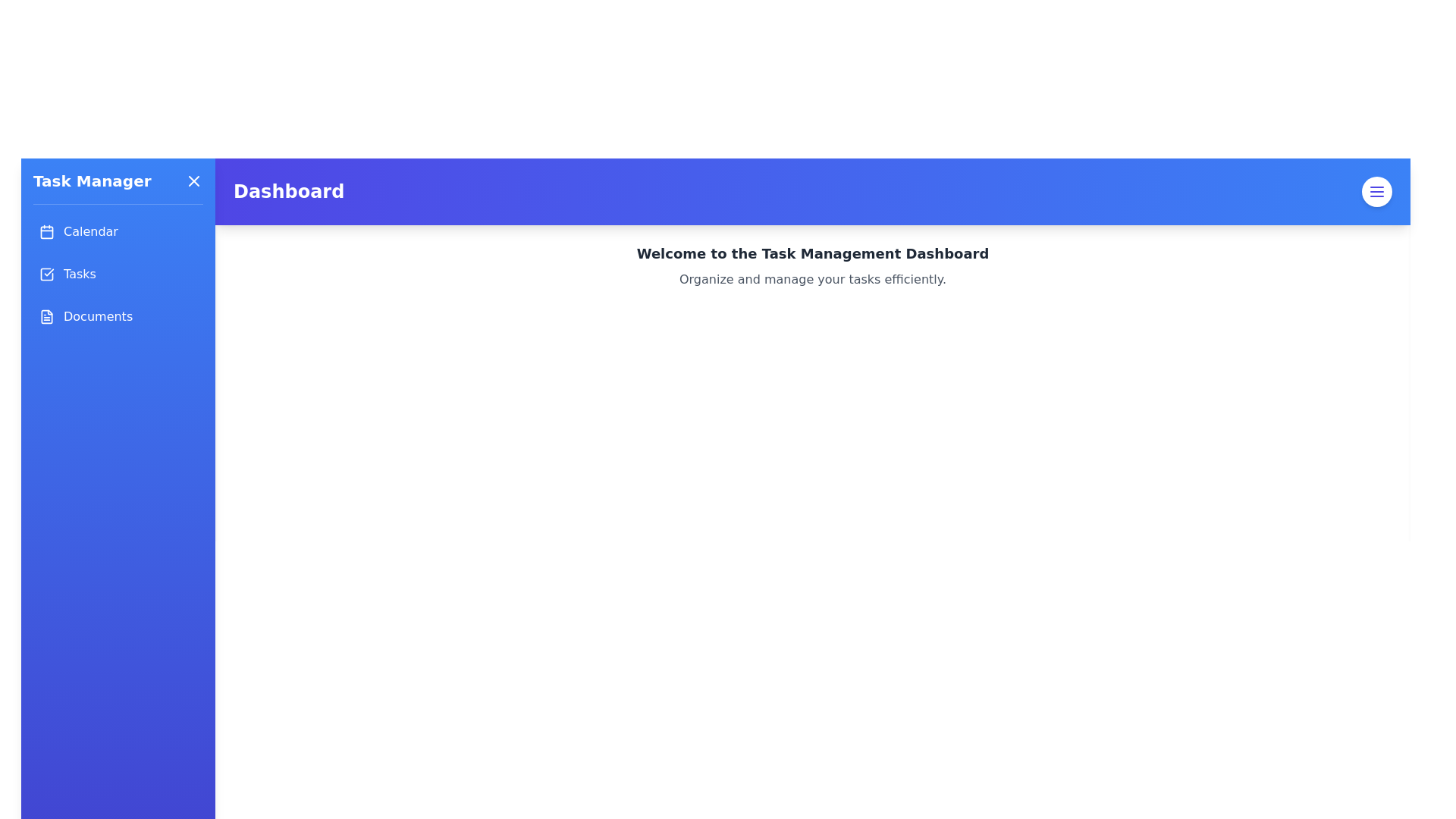  What do you see at coordinates (91, 180) in the screenshot?
I see `the title text indicating the purpose of the task management tool in the vertical navigation bar` at bounding box center [91, 180].